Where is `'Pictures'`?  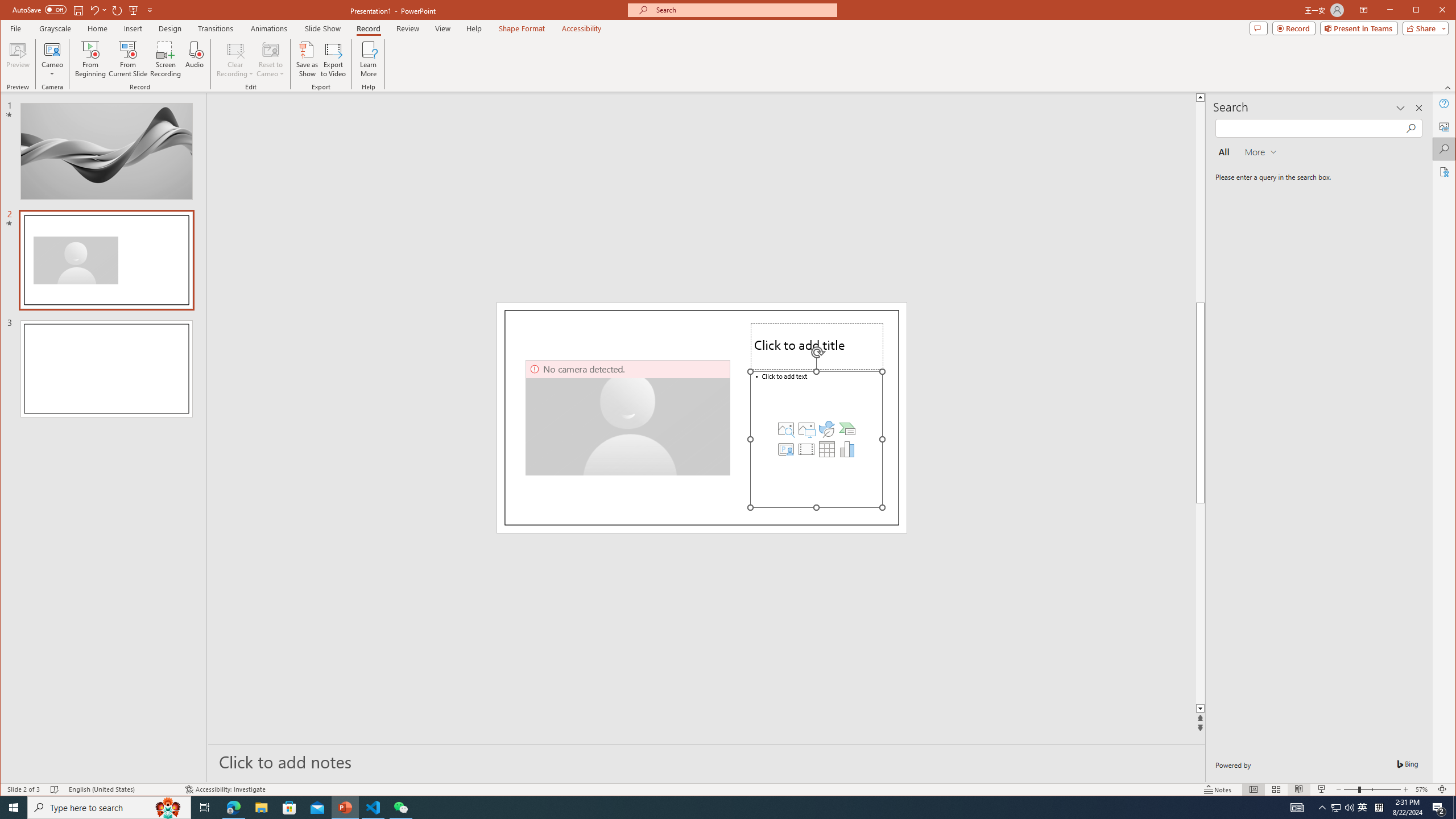
'Pictures' is located at coordinates (806, 428).